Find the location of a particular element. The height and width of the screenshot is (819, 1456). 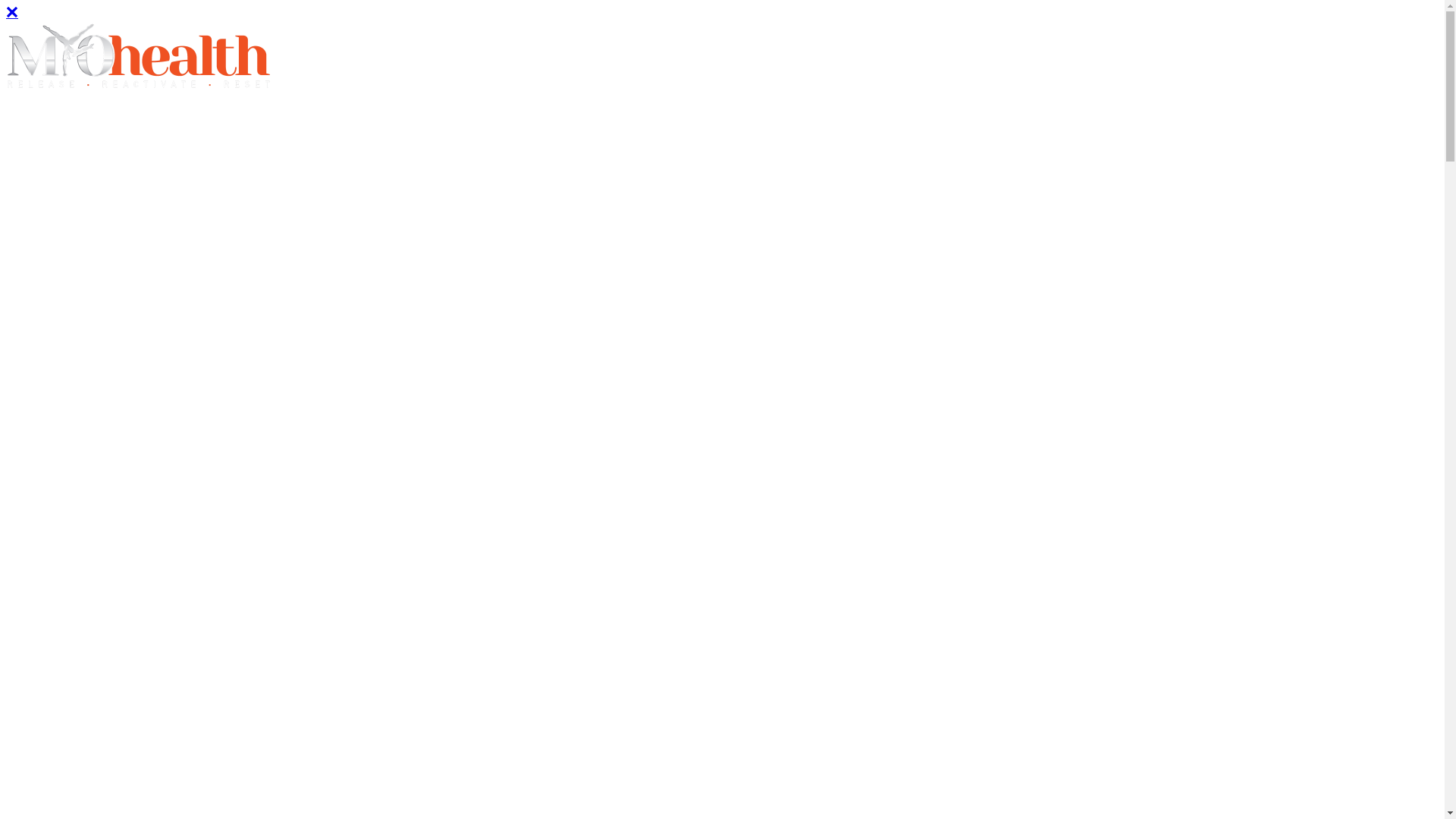

'Site logo' is located at coordinates (138, 89).